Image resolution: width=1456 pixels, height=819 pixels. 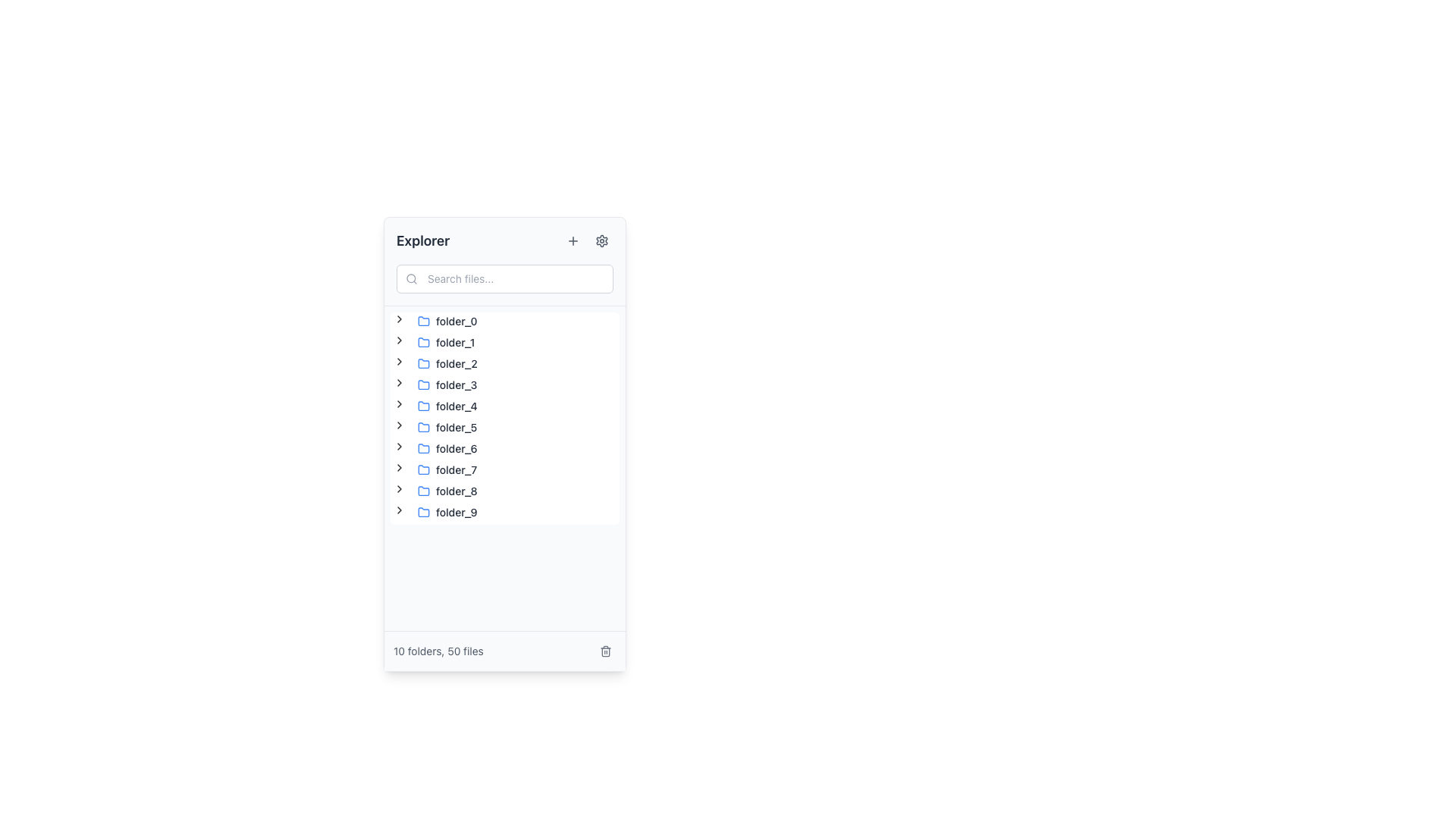 What do you see at coordinates (423, 447) in the screenshot?
I see `the folder icon labeled 'folder_6'` at bounding box center [423, 447].